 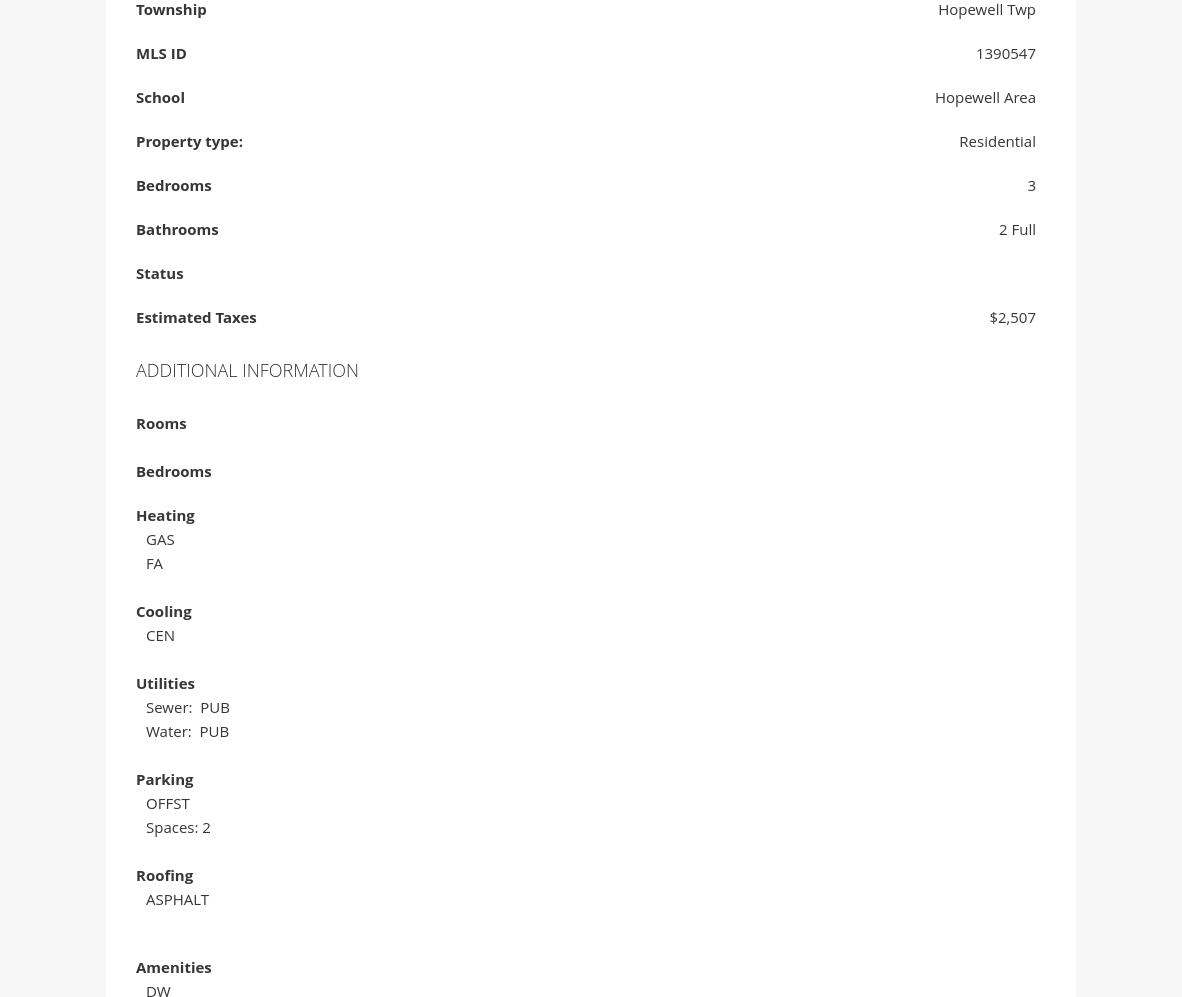 What do you see at coordinates (996, 142) in the screenshot?
I see `'Residential'` at bounding box center [996, 142].